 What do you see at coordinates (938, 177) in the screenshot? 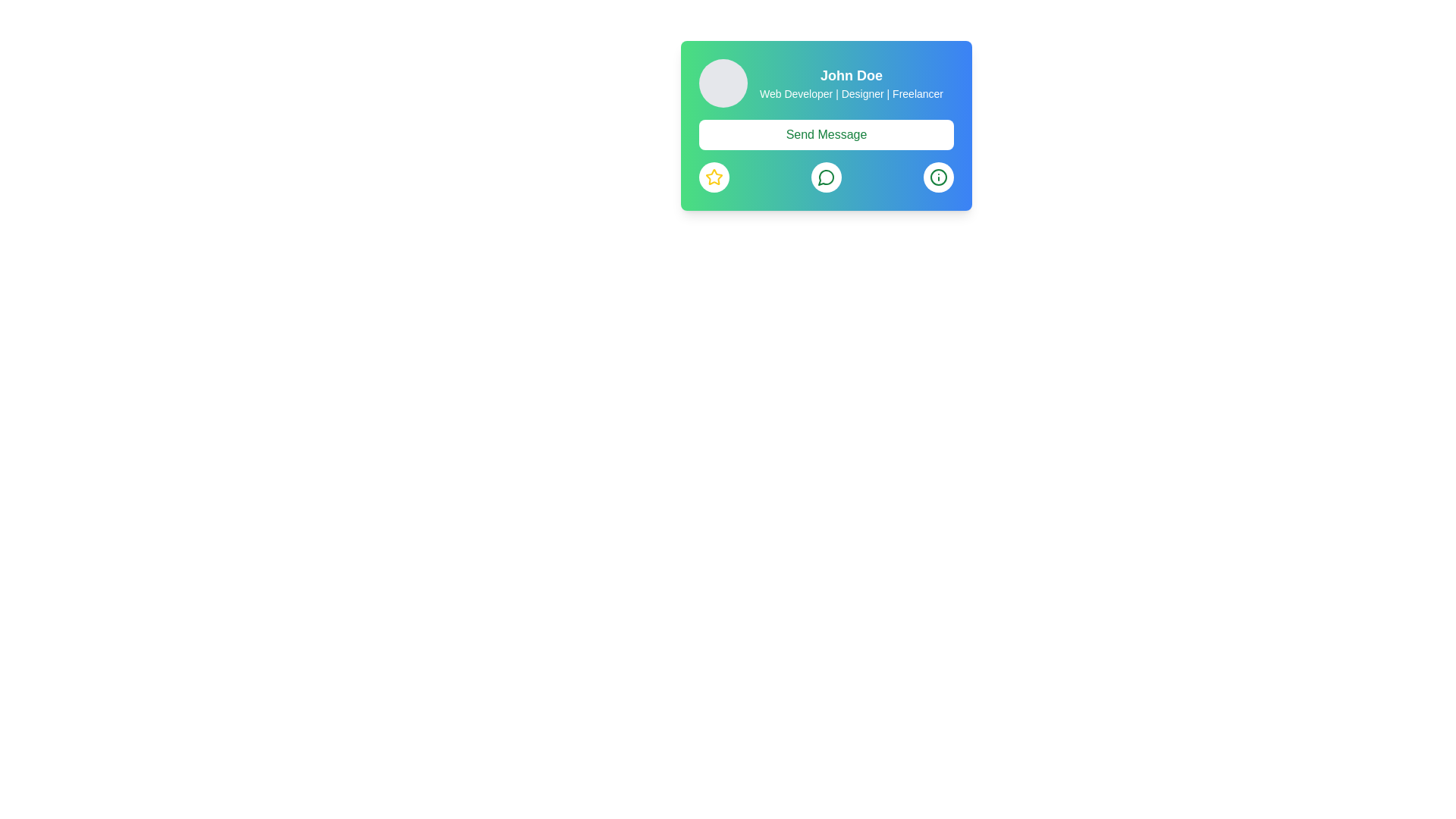
I see `the central circular element of the three-layer SVG structure located below the 'Send Message' button in the profile card UI` at bounding box center [938, 177].